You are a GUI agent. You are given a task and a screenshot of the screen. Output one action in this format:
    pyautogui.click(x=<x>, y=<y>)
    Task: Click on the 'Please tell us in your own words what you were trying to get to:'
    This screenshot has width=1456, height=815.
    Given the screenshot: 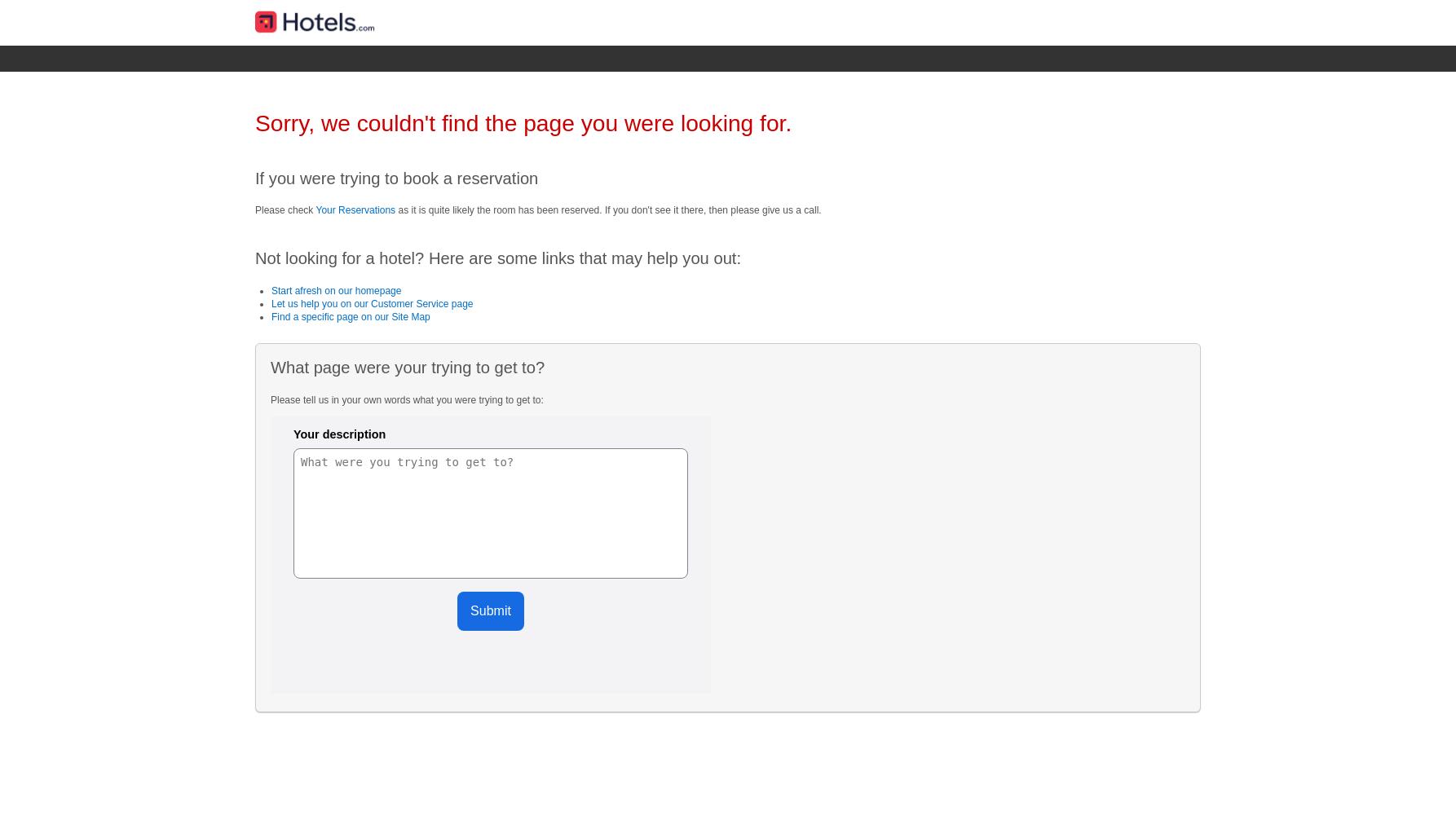 What is the action you would take?
    pyautogui.click(x=406, y=399)
    